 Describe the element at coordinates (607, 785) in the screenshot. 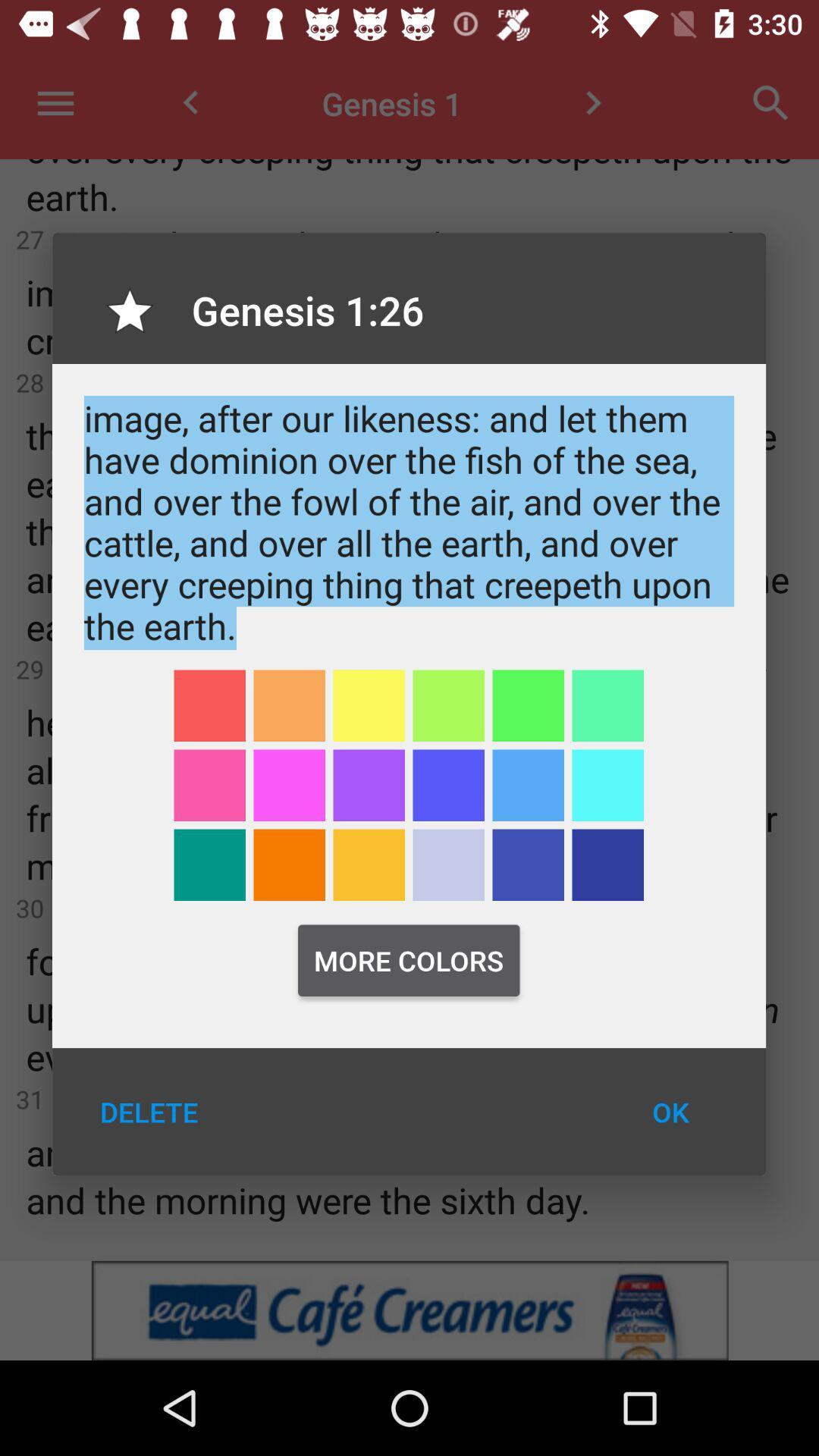

I see `color selection` at that location.